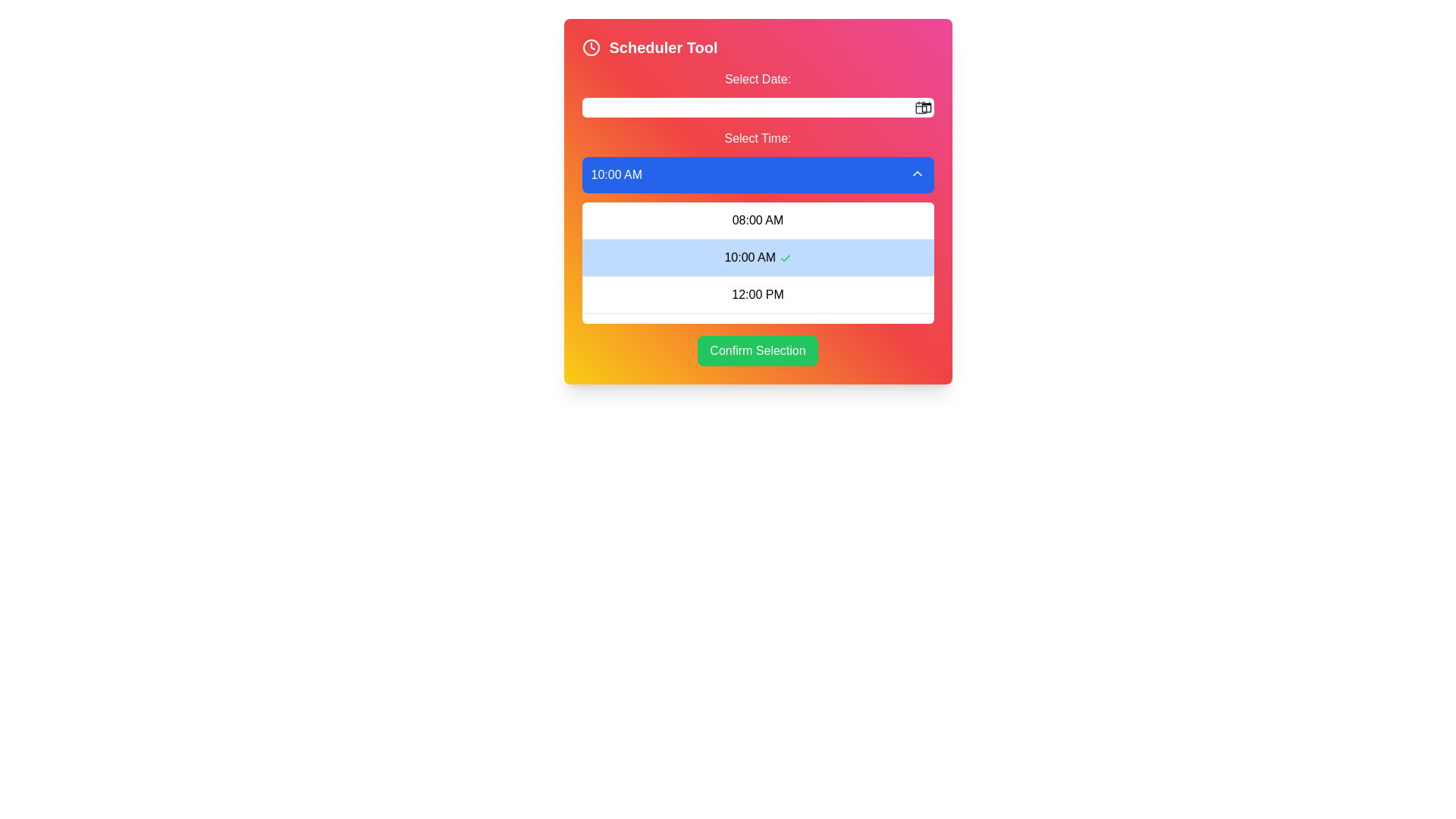 The image size is (1456, 819). I want to click on the 'Confirm Selection' button, which has a green background and white text, using keyboard navigation, so click(758, 350).